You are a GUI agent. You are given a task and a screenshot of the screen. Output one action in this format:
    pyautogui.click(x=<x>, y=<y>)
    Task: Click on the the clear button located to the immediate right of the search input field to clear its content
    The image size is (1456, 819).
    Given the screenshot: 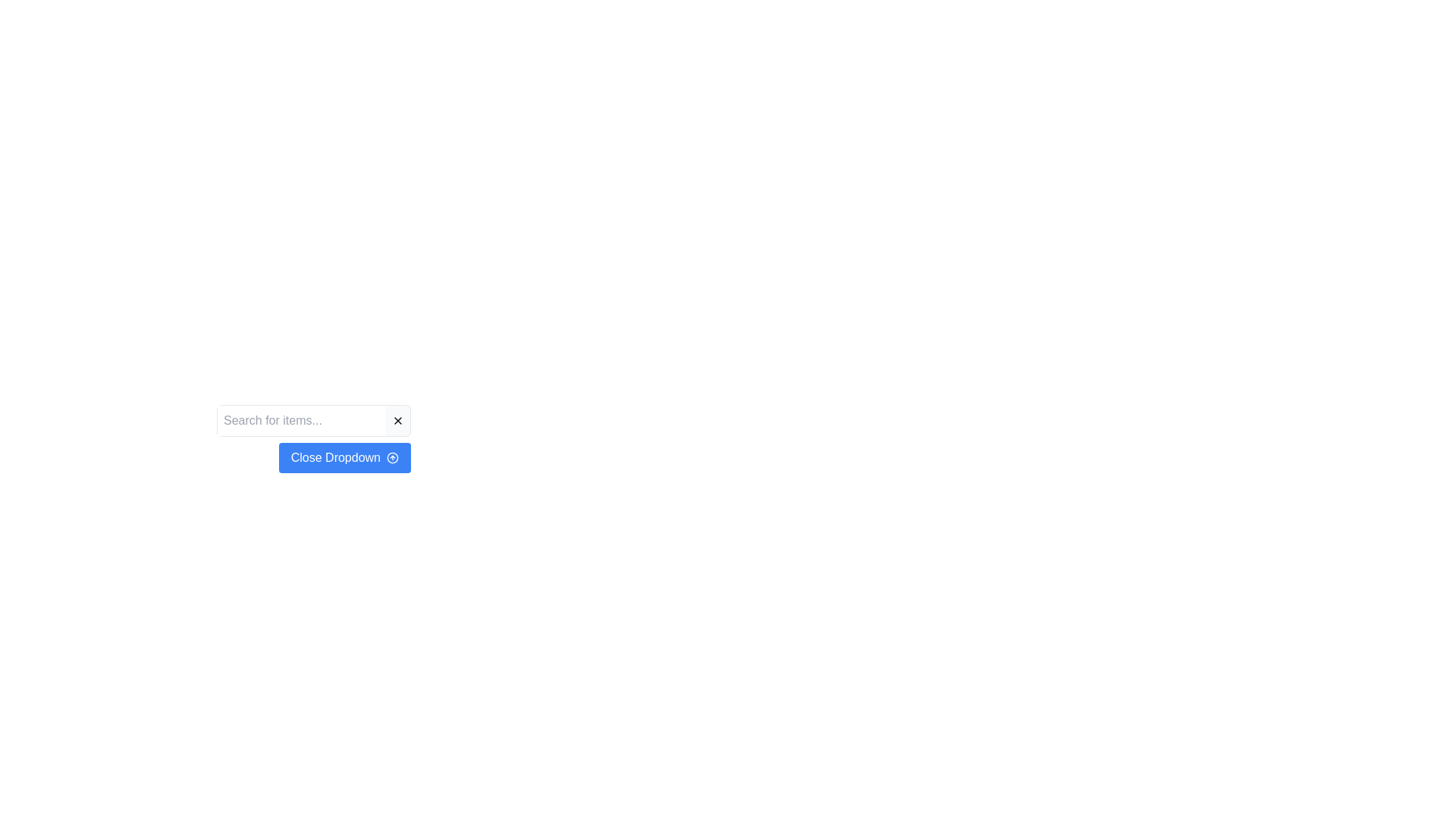 What is the action you would take?
    pyautogui.click(x=397, y=421)
    